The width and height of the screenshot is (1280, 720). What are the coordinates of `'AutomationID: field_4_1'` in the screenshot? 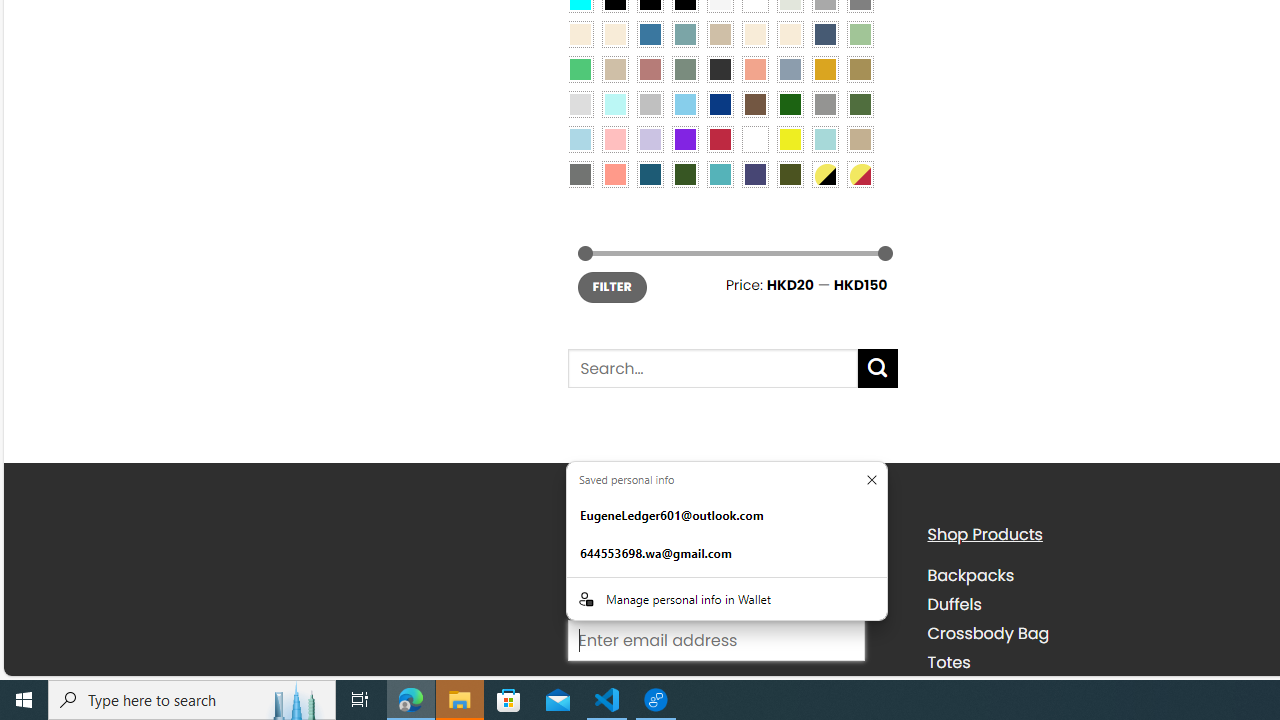 It's located at (716, 642).